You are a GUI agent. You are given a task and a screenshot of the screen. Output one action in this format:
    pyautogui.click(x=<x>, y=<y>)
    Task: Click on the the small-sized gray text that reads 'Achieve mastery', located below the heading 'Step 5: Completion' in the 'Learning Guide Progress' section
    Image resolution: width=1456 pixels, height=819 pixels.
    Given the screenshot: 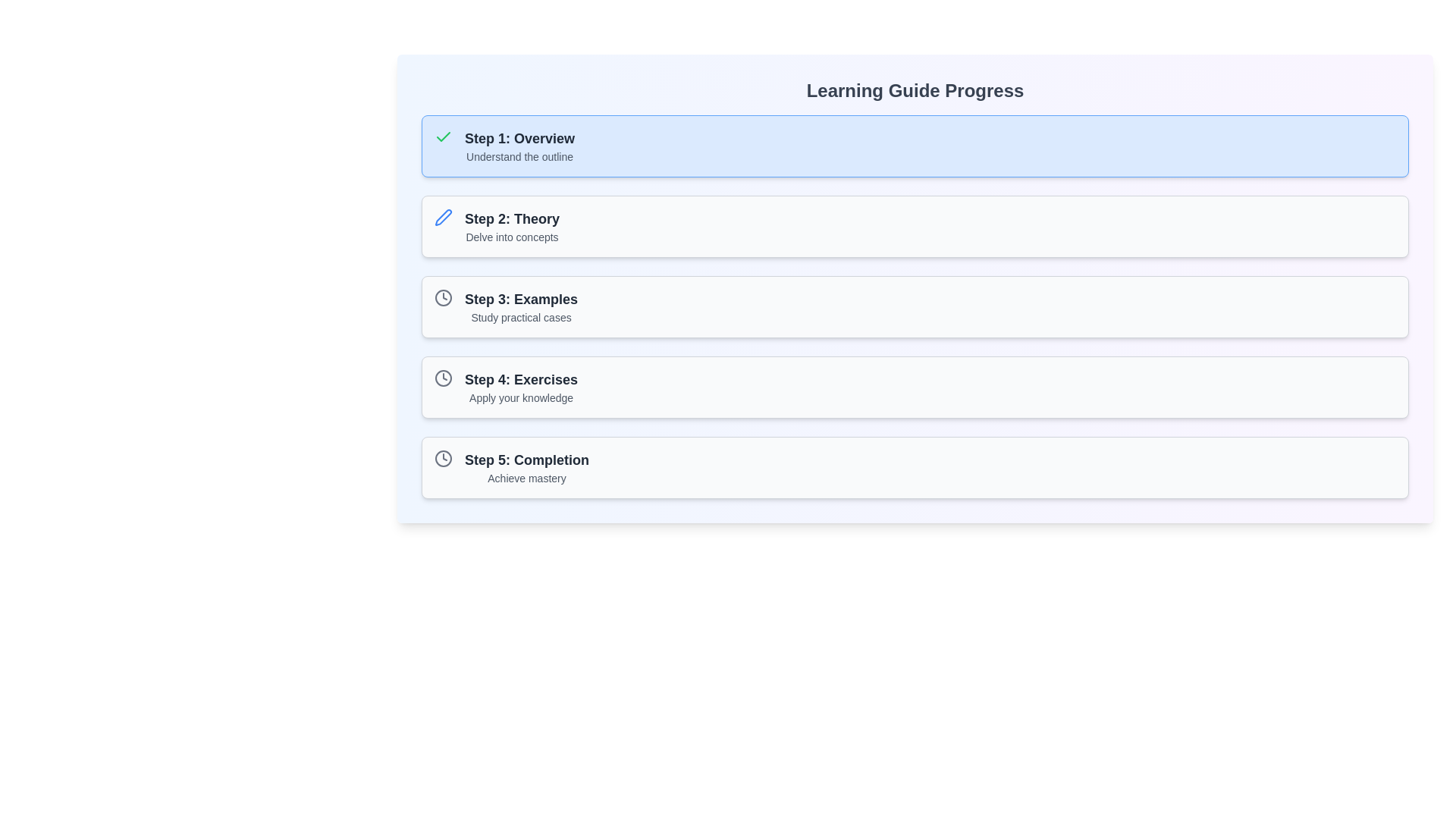 What is the action you would take?
    pyautogui.click(x=527, y=479)
    